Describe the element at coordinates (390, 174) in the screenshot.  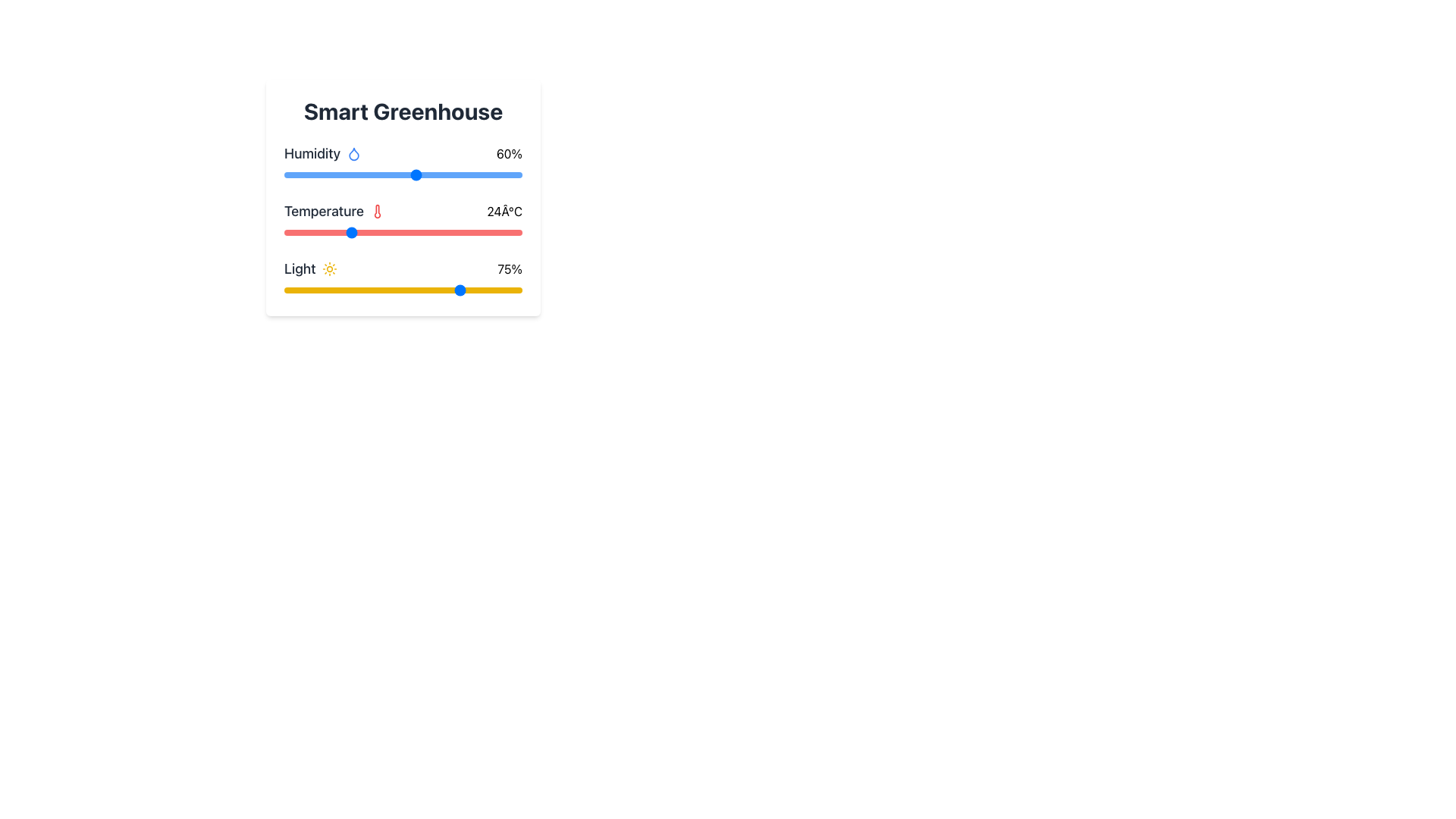
I see `the Humidity slider` at that location.